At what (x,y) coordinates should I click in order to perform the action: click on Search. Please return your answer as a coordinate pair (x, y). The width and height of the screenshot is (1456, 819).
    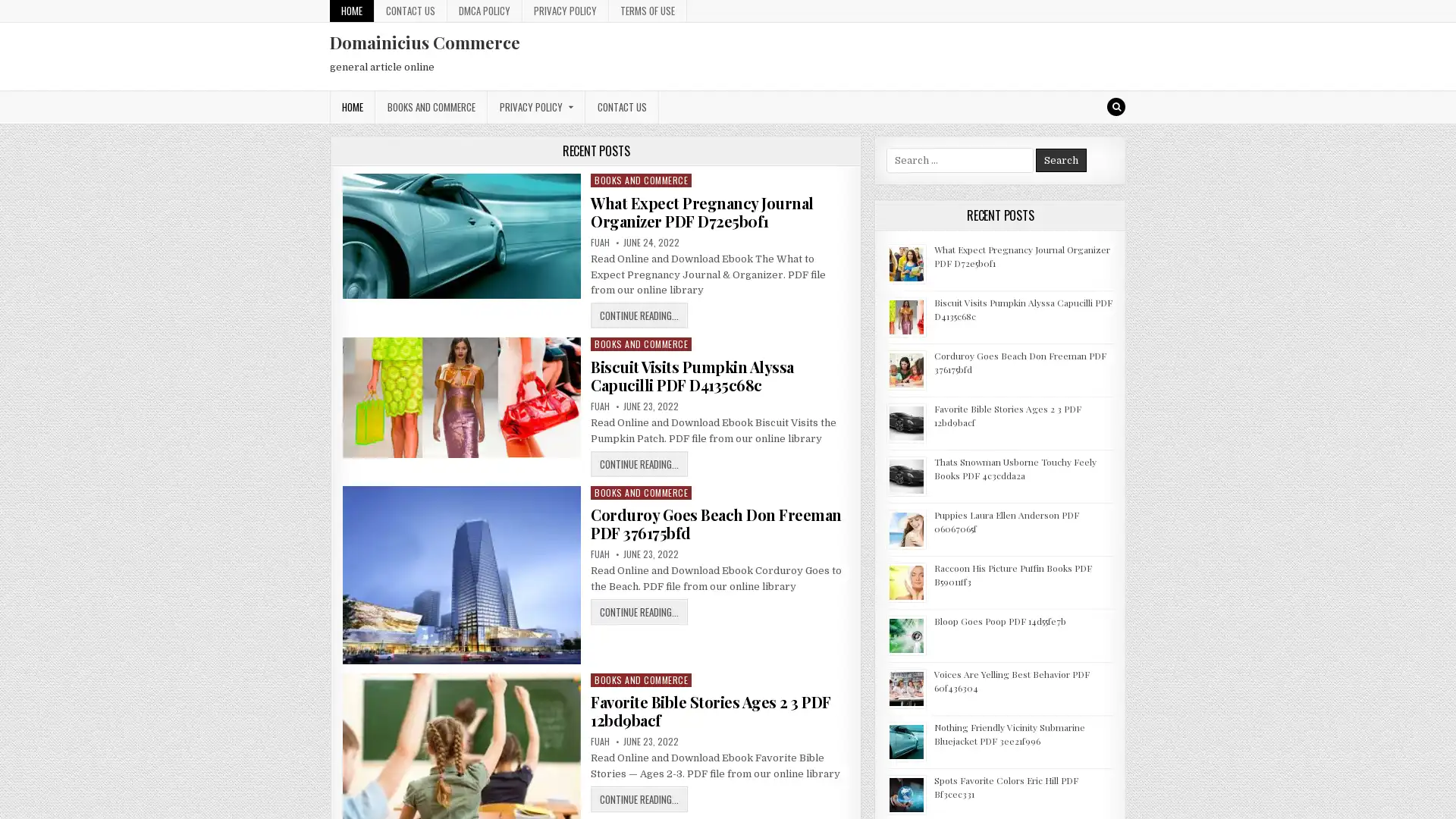
    Looking at the image, I should click on (1060, 160).